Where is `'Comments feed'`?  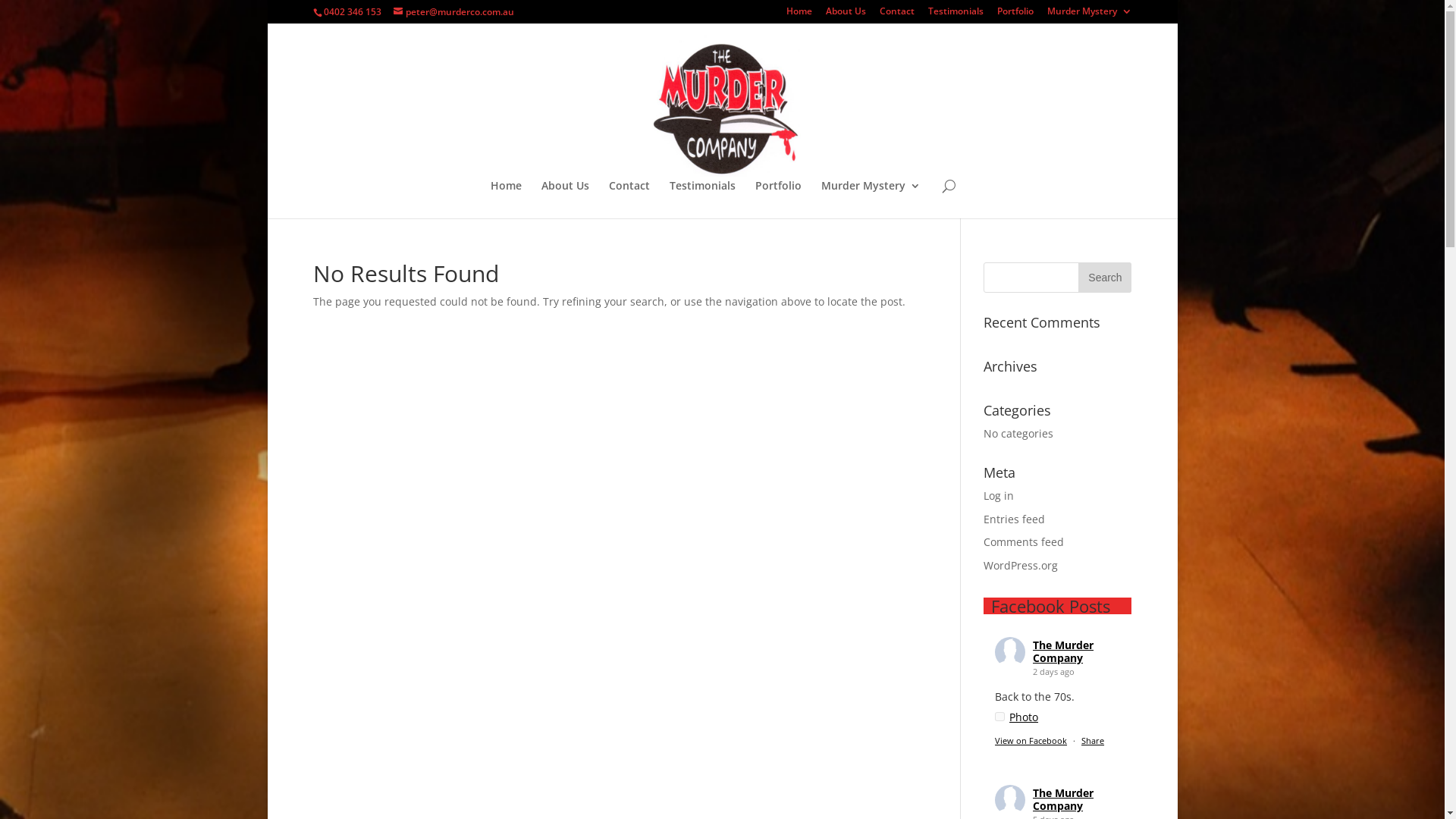
'Comments feed' is located at coordinates (1023, 541).